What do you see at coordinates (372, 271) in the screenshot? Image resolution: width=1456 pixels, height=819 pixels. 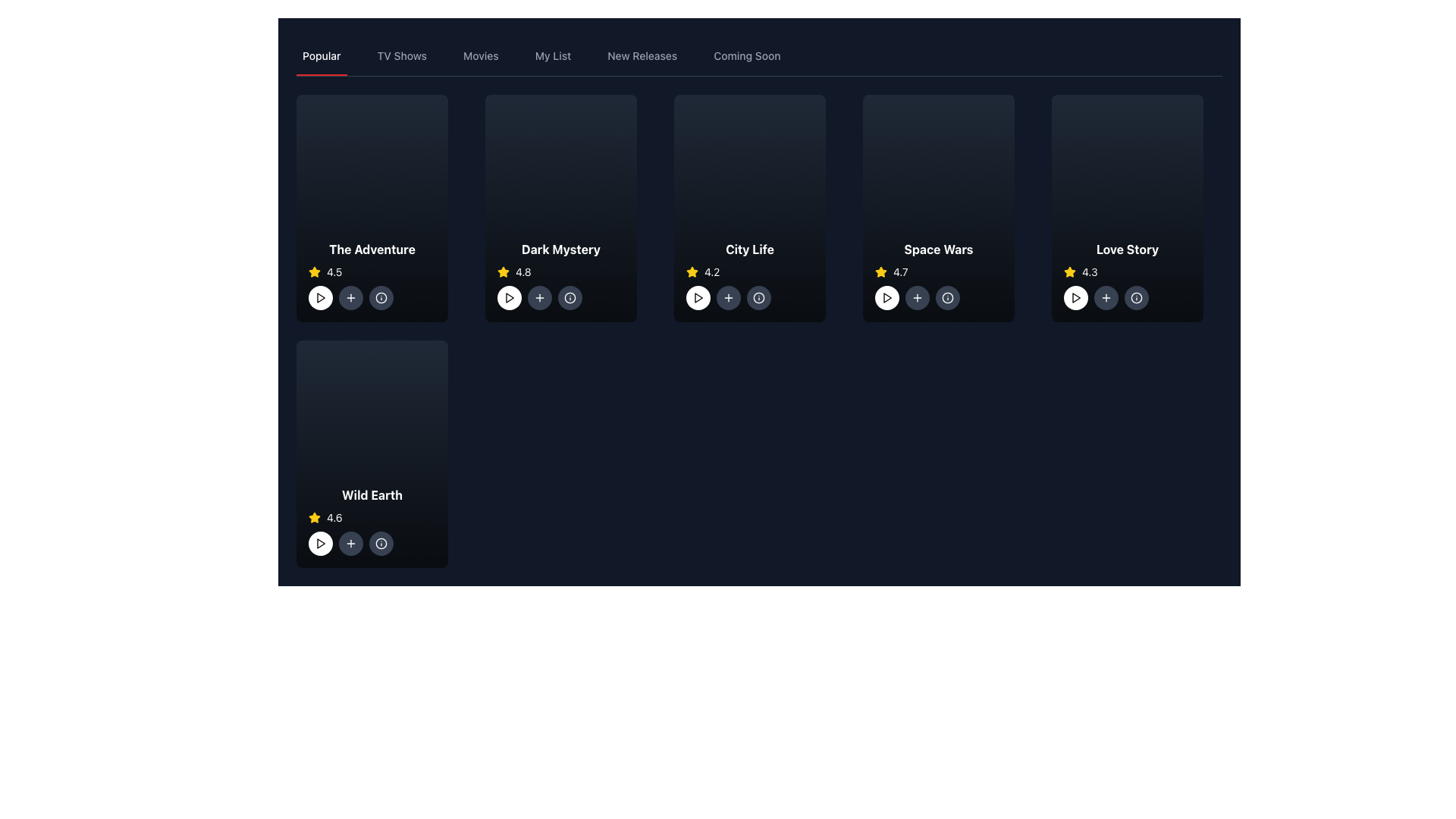 I see `the rating indicator for 'The Adventure', which is located in the first card of the top row, beneath the title and above the action buttons` at bounding box center [372, 271].